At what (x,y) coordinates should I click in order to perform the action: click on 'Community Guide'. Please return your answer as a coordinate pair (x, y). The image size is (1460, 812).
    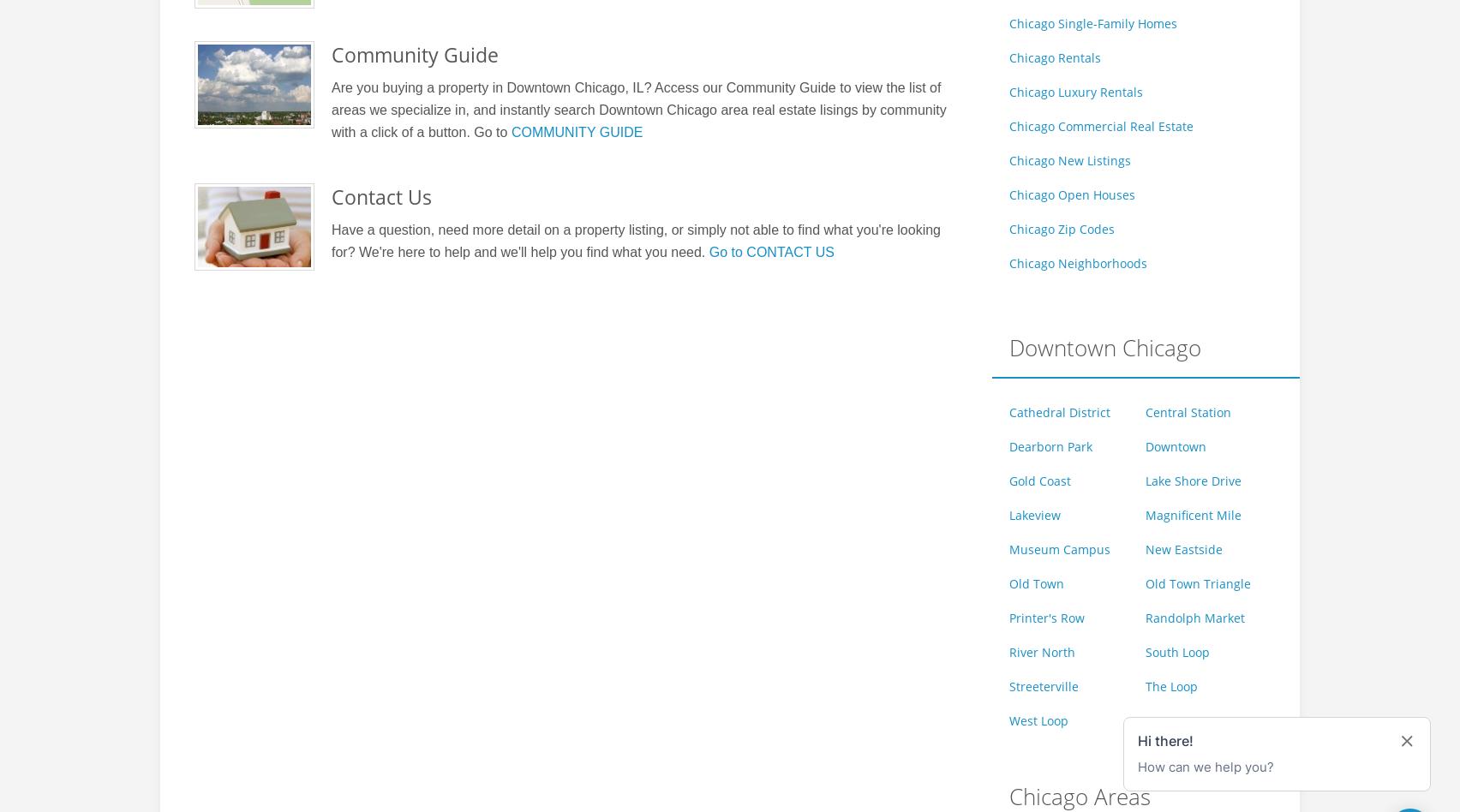
    Looking at the image, I should click on (330, 54).